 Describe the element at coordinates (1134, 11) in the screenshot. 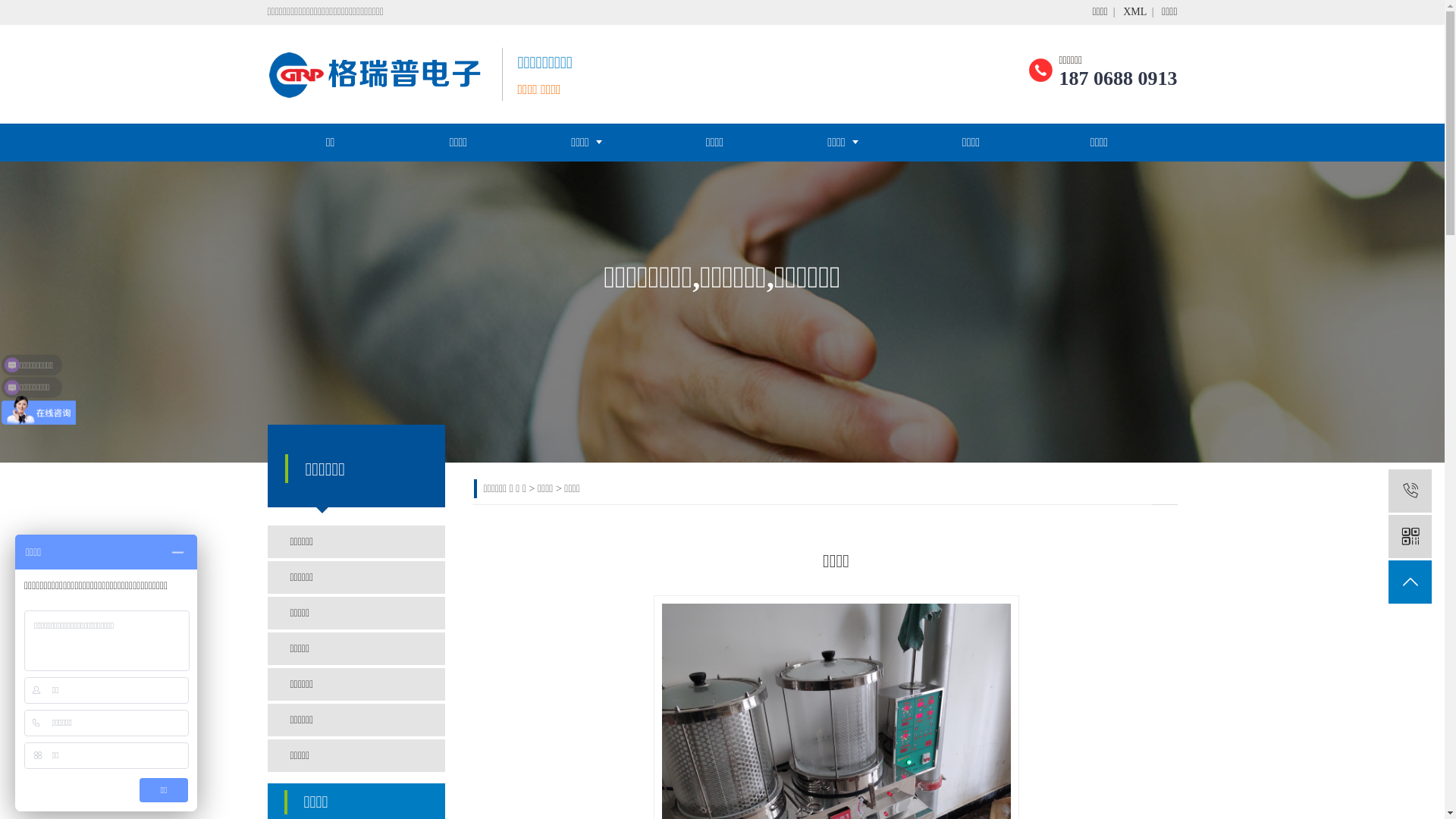

I see `'XML'` at that location.